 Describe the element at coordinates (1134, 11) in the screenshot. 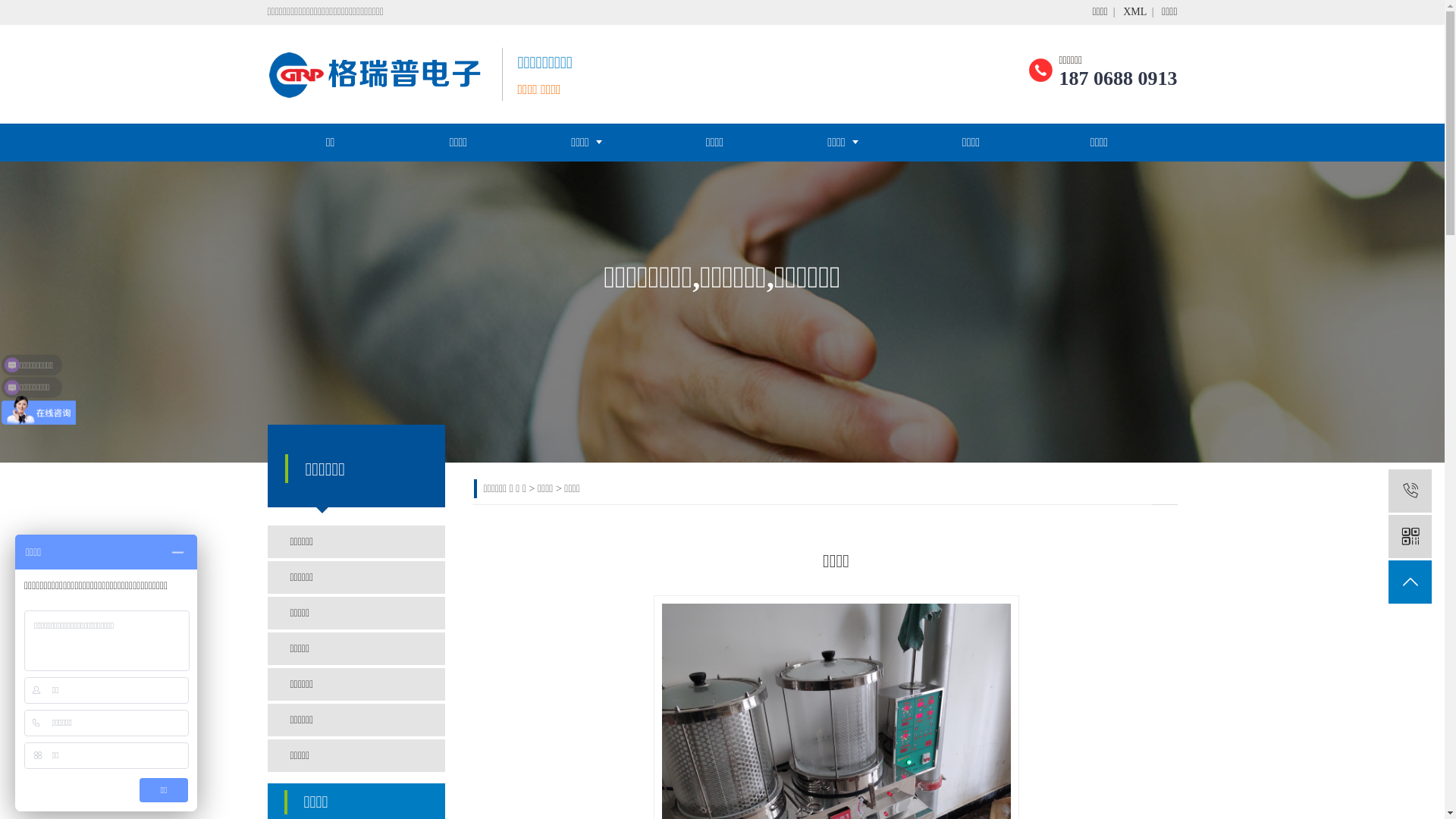

I see `'XML'` at that location.